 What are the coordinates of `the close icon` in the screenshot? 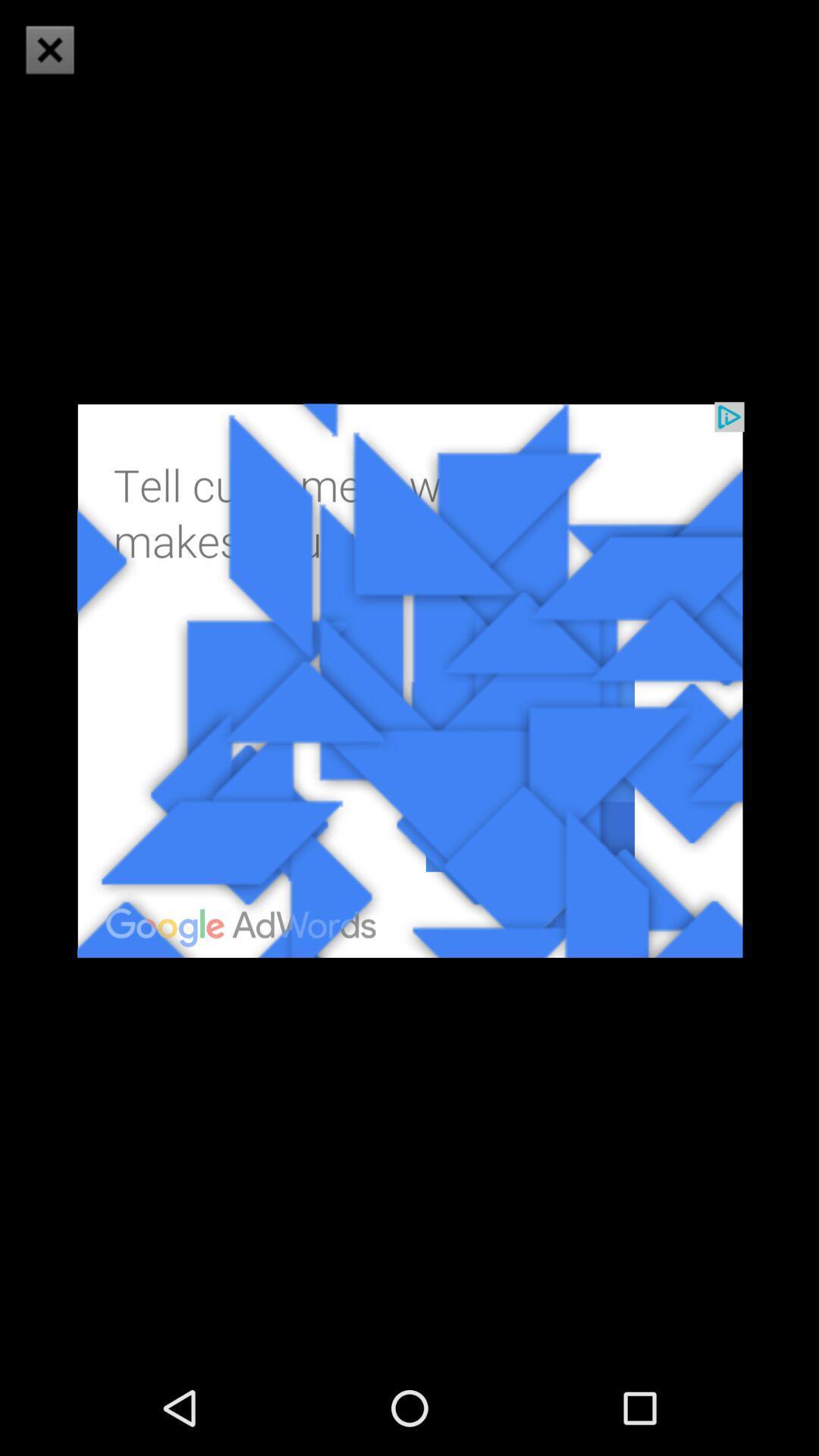 It's located at (49, 53).